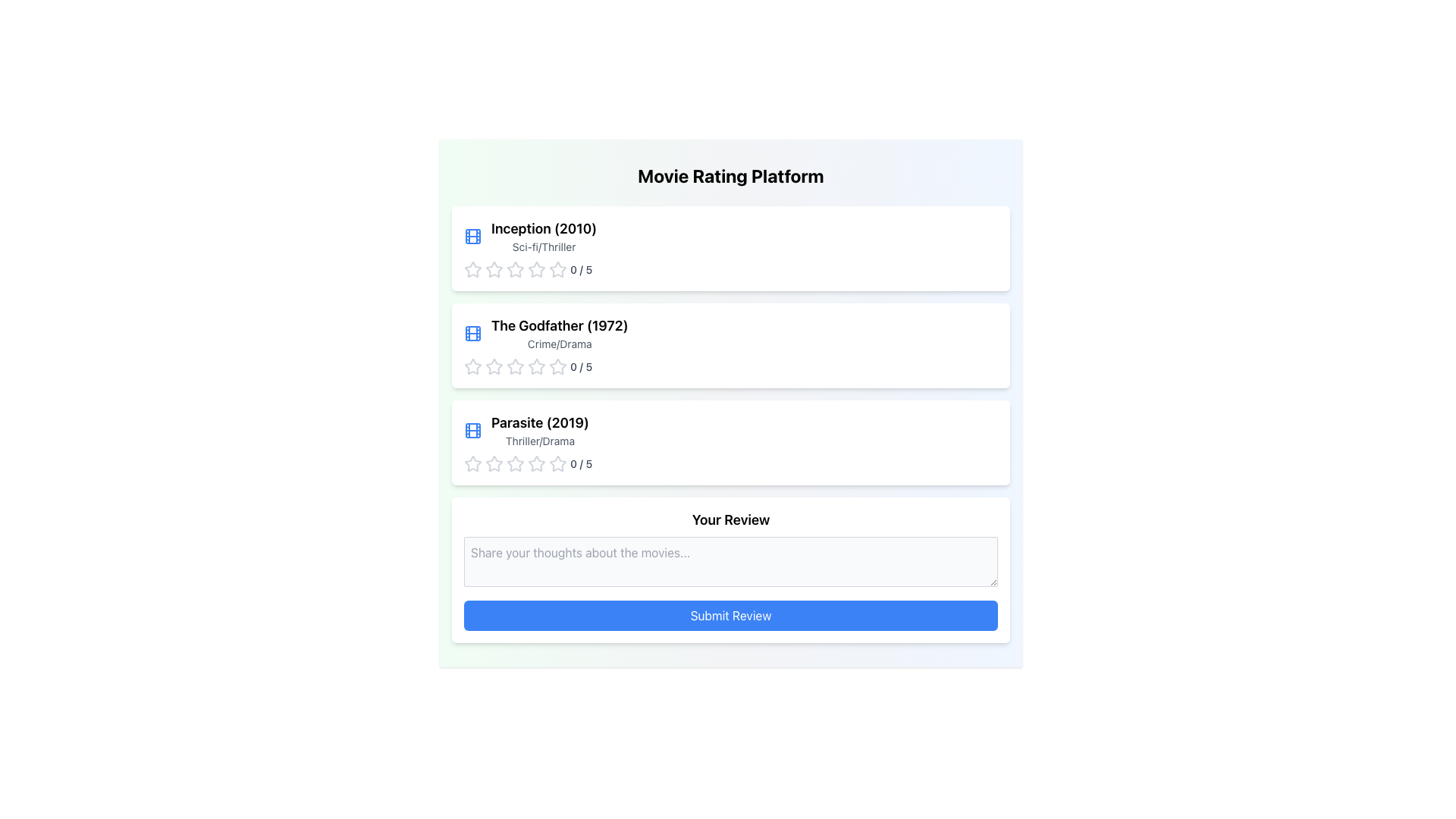 This screenshot has height=819, width=1456. I want to click on the first star icon of the rating component for the movie 'Parasite (2019)', so click(472, 463).